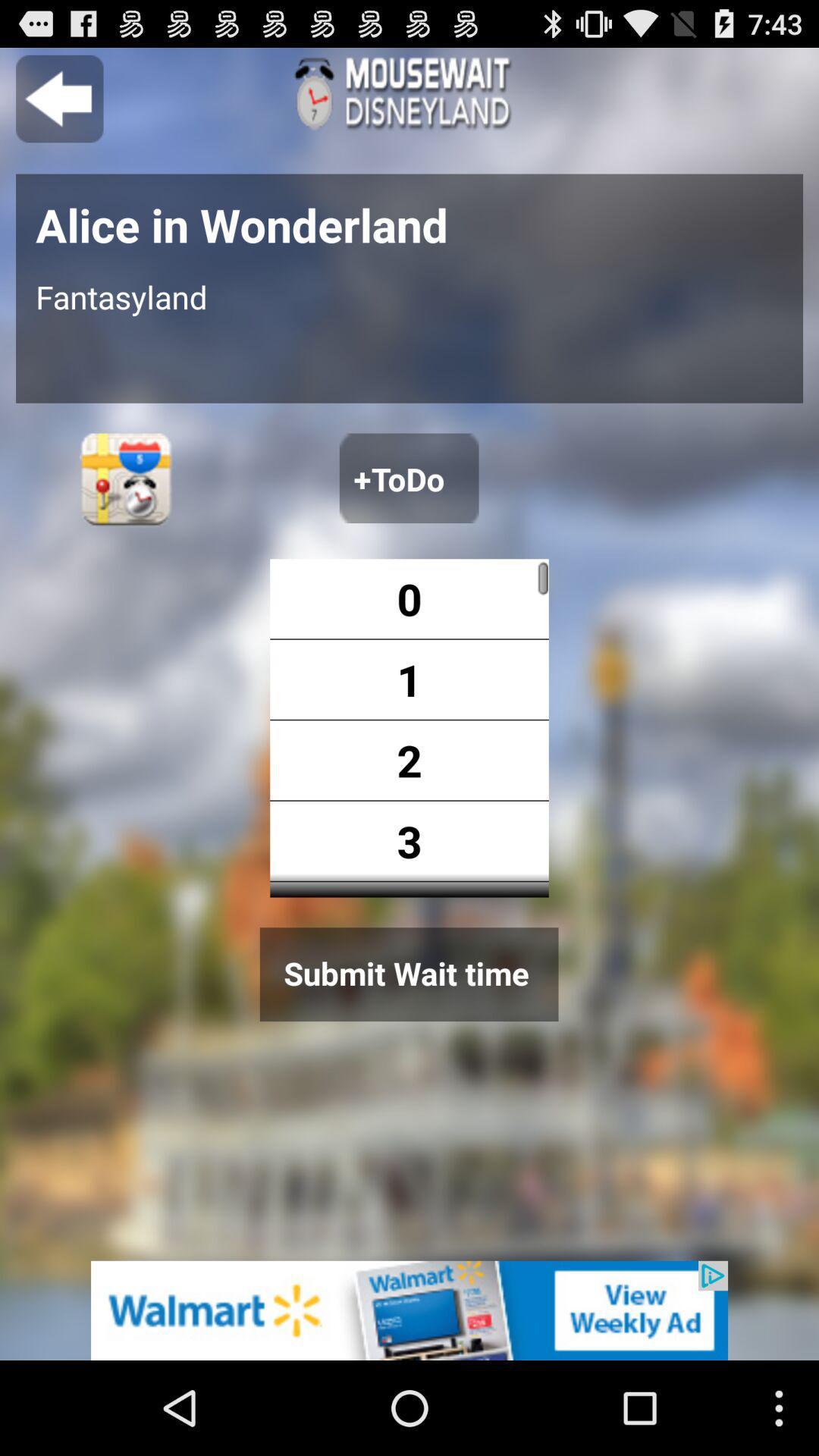 This screenshot has width=819, height=1456. I want to click on click button on the upper middle screen to go to mousewait disneyland, so click(409, 93).